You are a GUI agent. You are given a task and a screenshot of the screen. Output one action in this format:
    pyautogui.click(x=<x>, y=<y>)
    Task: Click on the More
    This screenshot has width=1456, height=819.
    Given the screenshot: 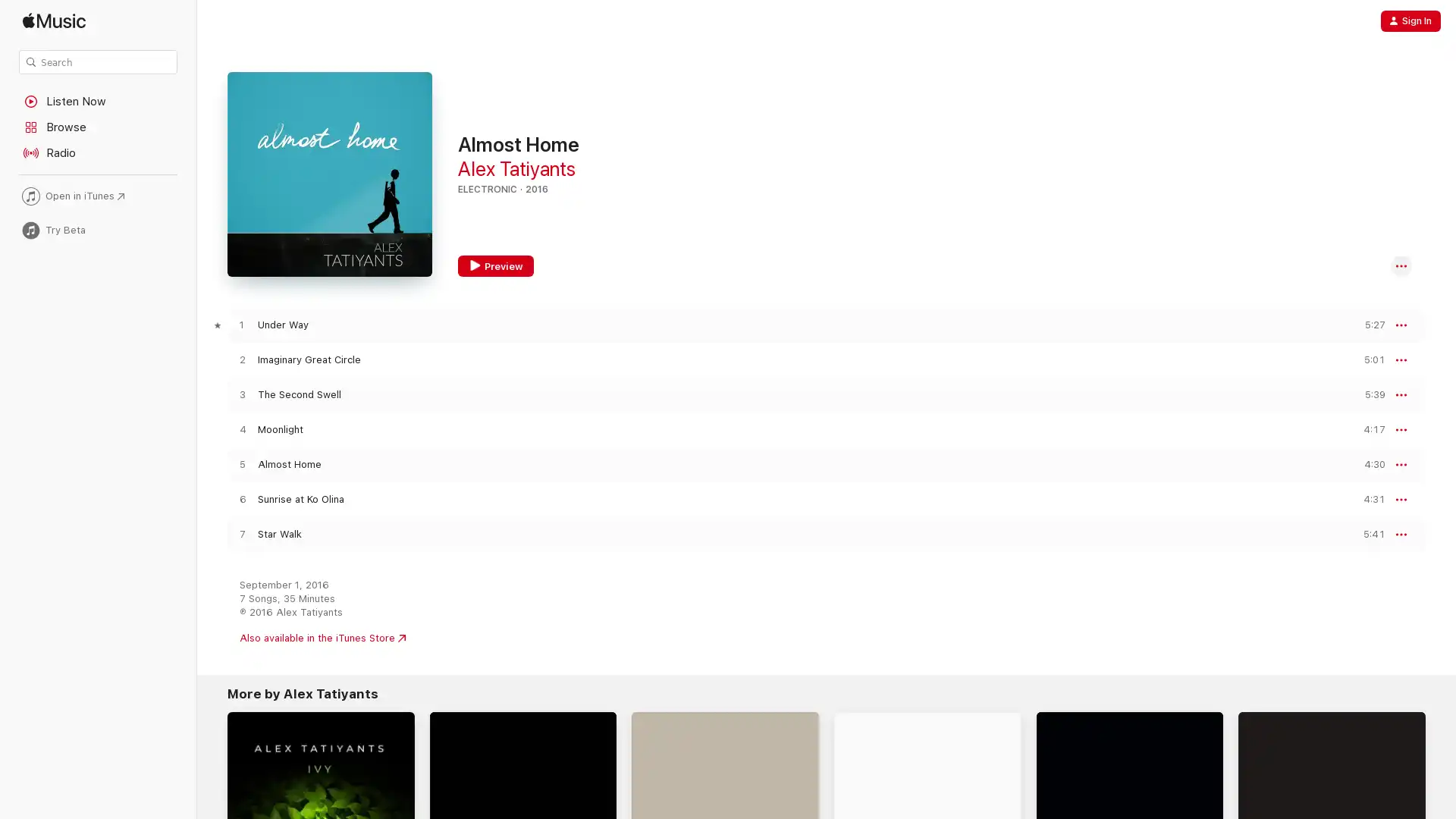 What is the action you would take?
    pyautogui.click(x=1401, y=394)
    